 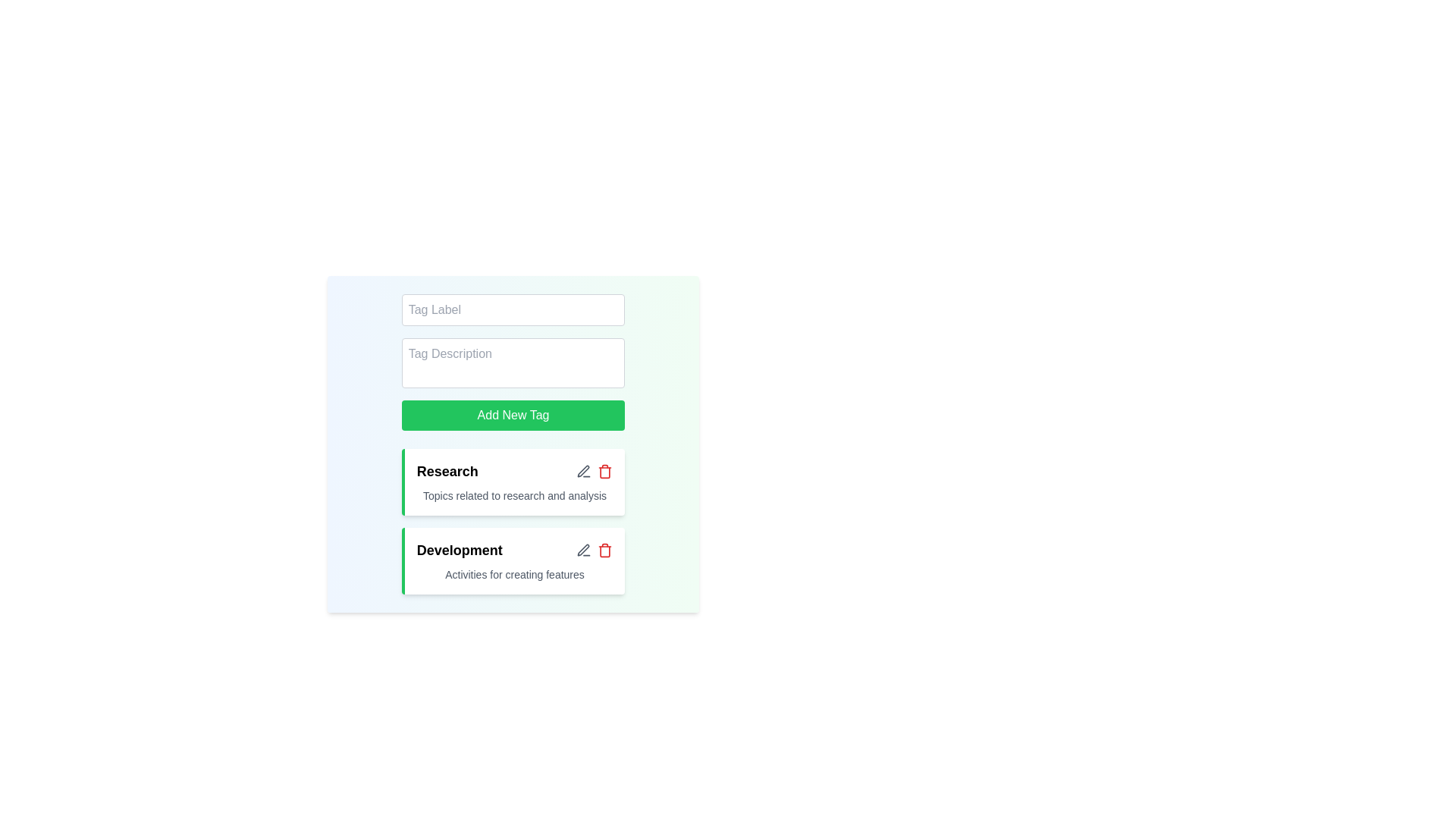 What do you see at coordinates (604, 470) in the screenshot?
I see `the 'Remove' button represented by the trash icon located on the far right of the row next to the label 'Research'` at bounding box center [604, 470].